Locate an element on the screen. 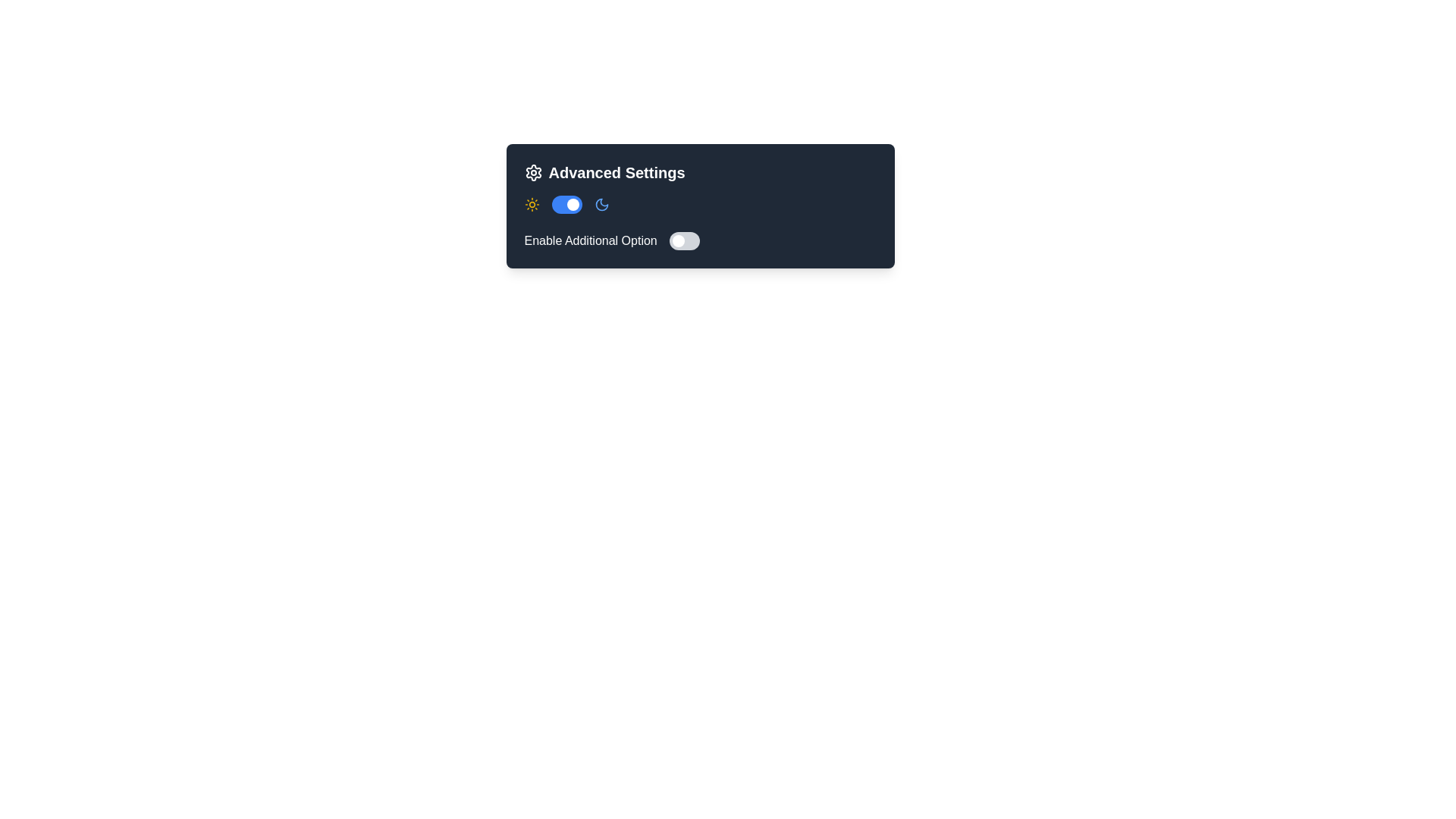 This screenshot has width=1456, height=819. the gear-shaped icon representing settings, located at the top-left corner of the settings panel, preceding the heading 'Advanced Settings' is located at coordinates (533, 171).